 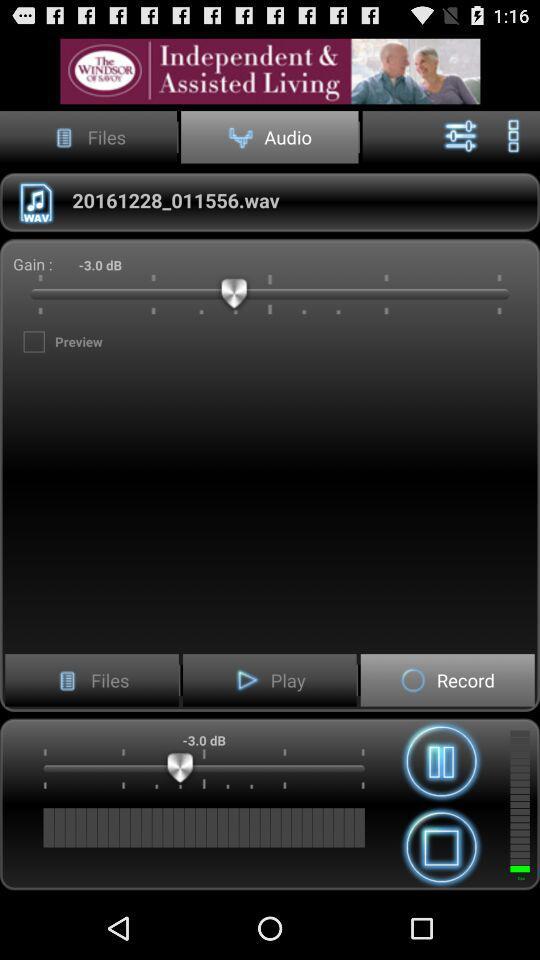 I want to click on advertisement, so click(x=270, y=71).